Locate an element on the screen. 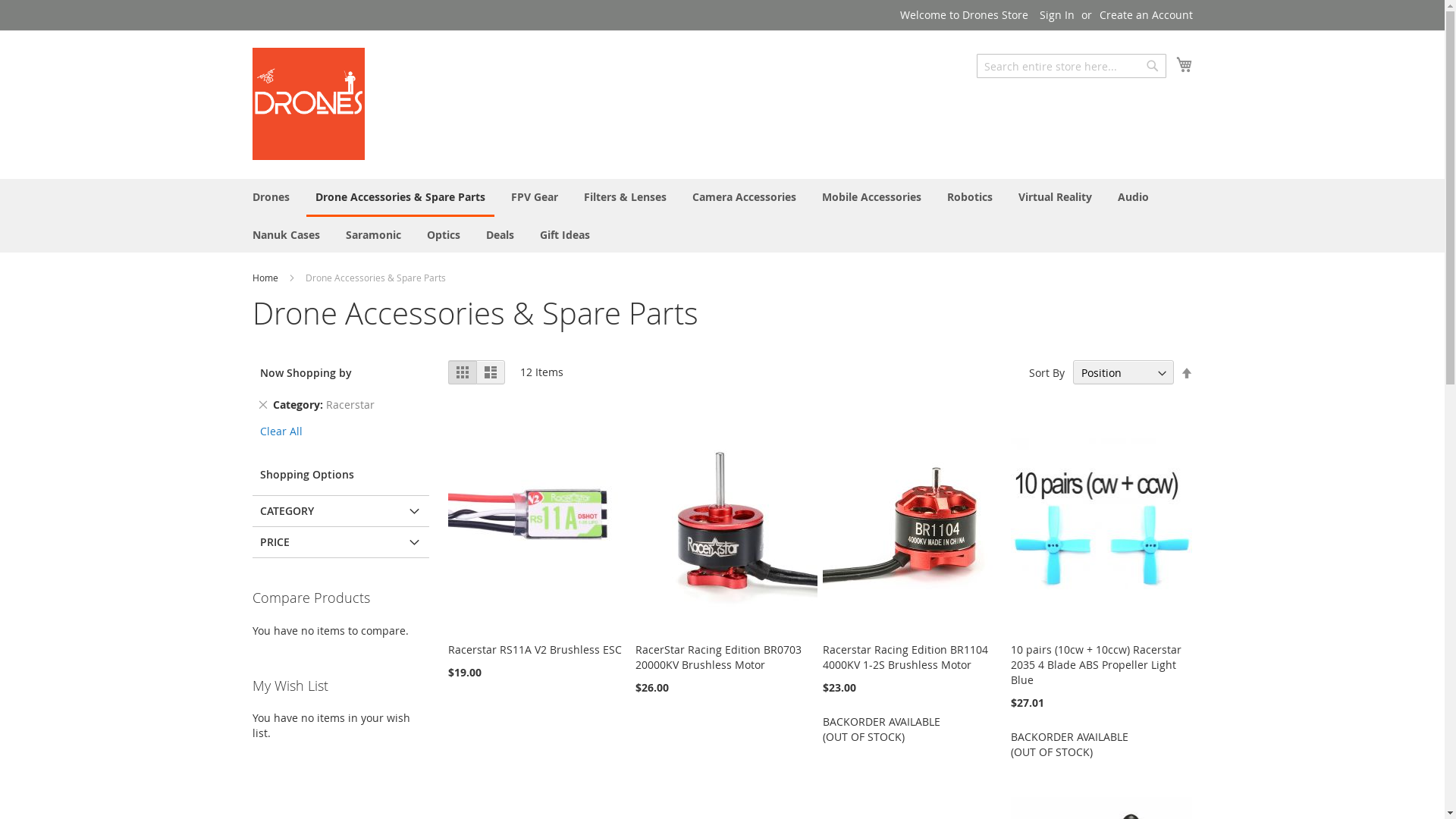 The image size is (1456, 819). 'Create an Account' is located at coordinates (1099, 14).